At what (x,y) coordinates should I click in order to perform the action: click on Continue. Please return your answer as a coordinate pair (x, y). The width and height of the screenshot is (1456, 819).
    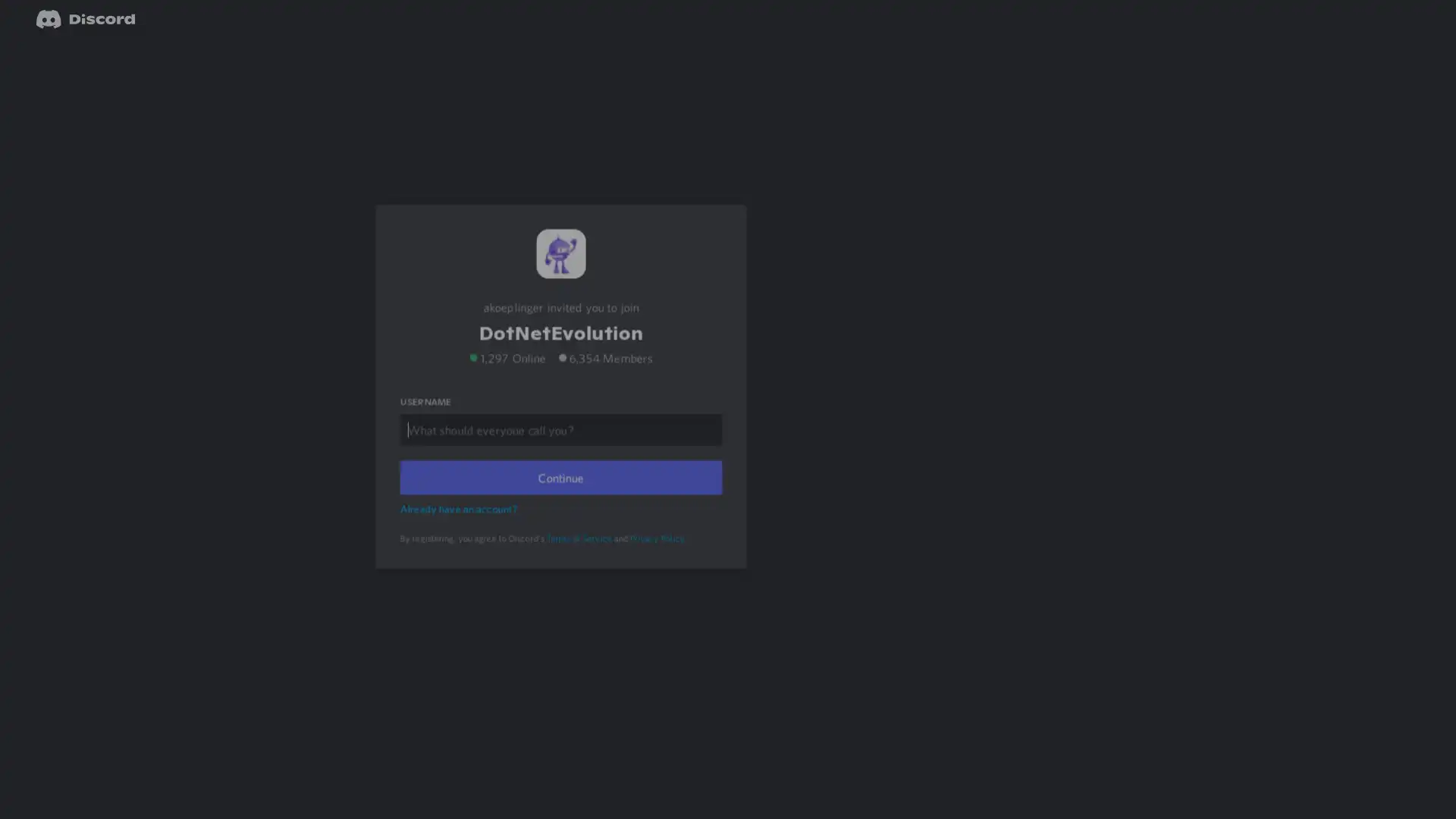
    Looking at the image, I should click on (560, 497).